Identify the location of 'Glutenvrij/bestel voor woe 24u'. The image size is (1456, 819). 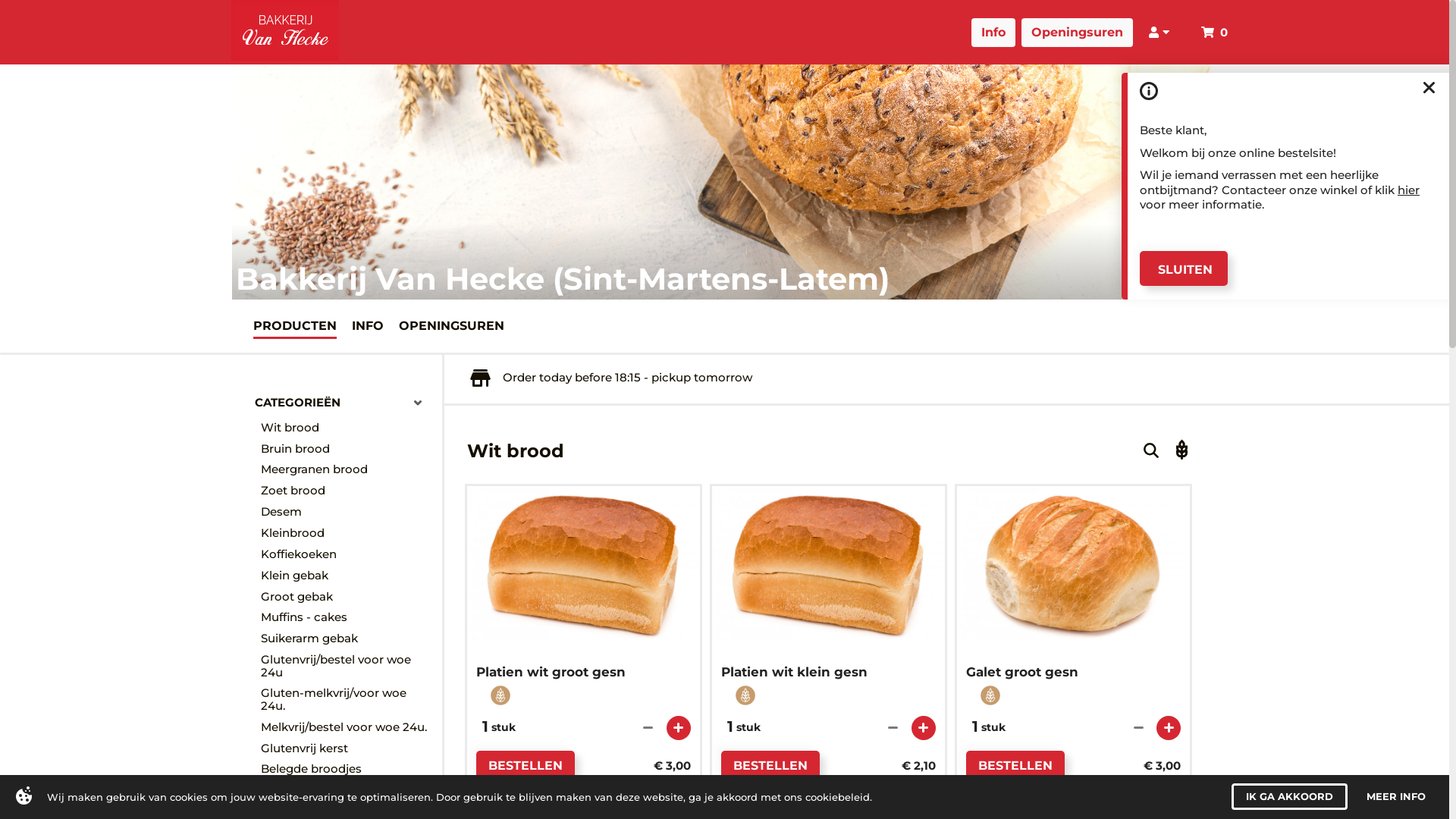
(261, 665).